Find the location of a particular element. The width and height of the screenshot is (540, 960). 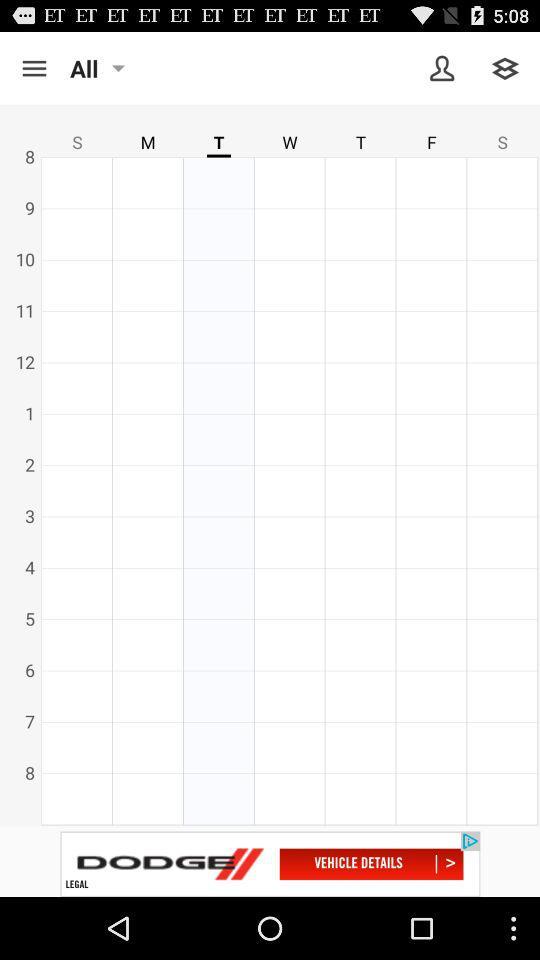

the avatar icon is located at coordinates (442, 73).